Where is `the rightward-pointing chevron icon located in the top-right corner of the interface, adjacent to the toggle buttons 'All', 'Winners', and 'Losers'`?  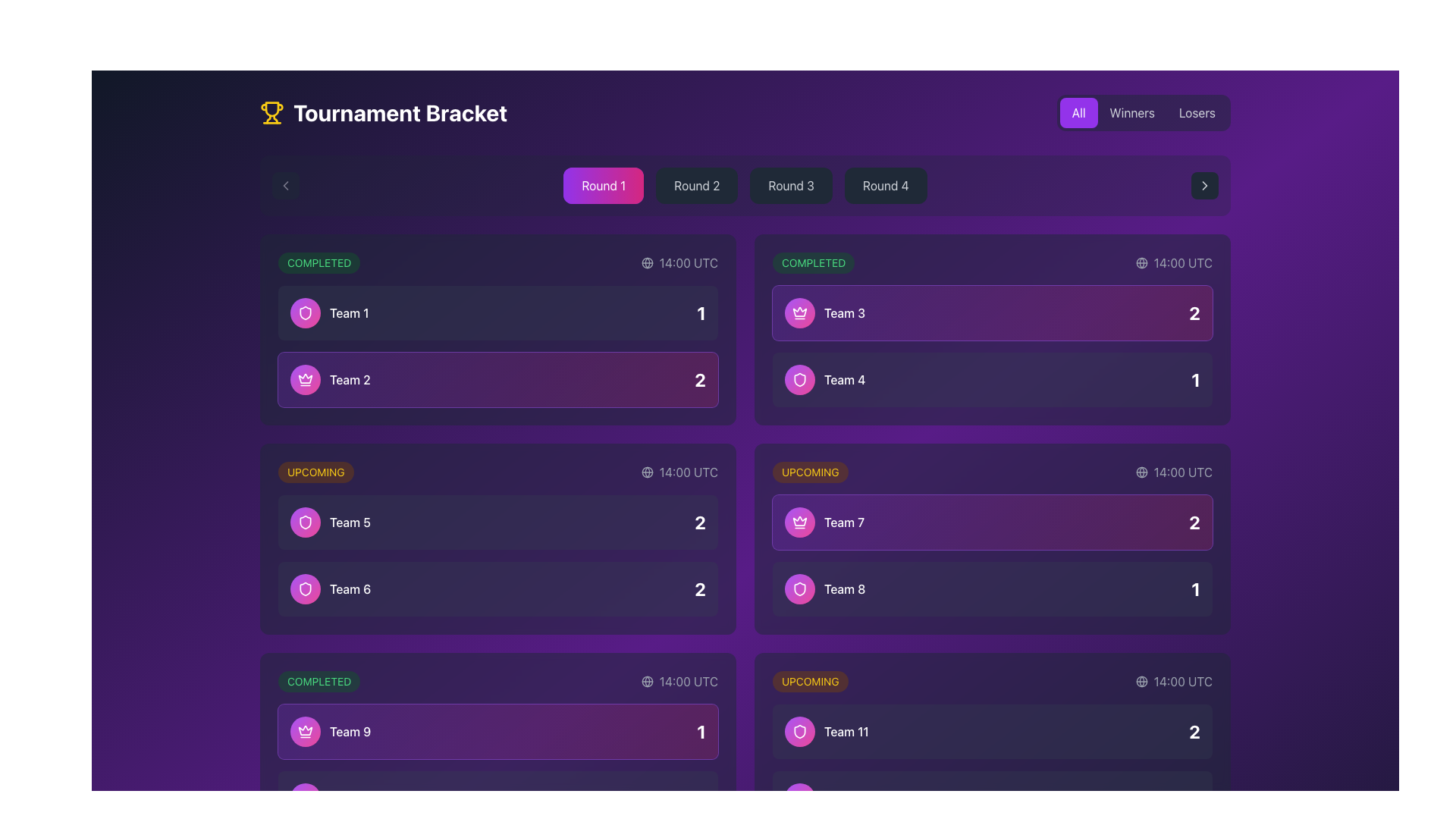
the rightward-pointing chevron icon located in the top-right corner of the interface, adjacent to the toggle buttons 'All', 'Winners', and 'Losers' is located at coordinates (1203, 185).